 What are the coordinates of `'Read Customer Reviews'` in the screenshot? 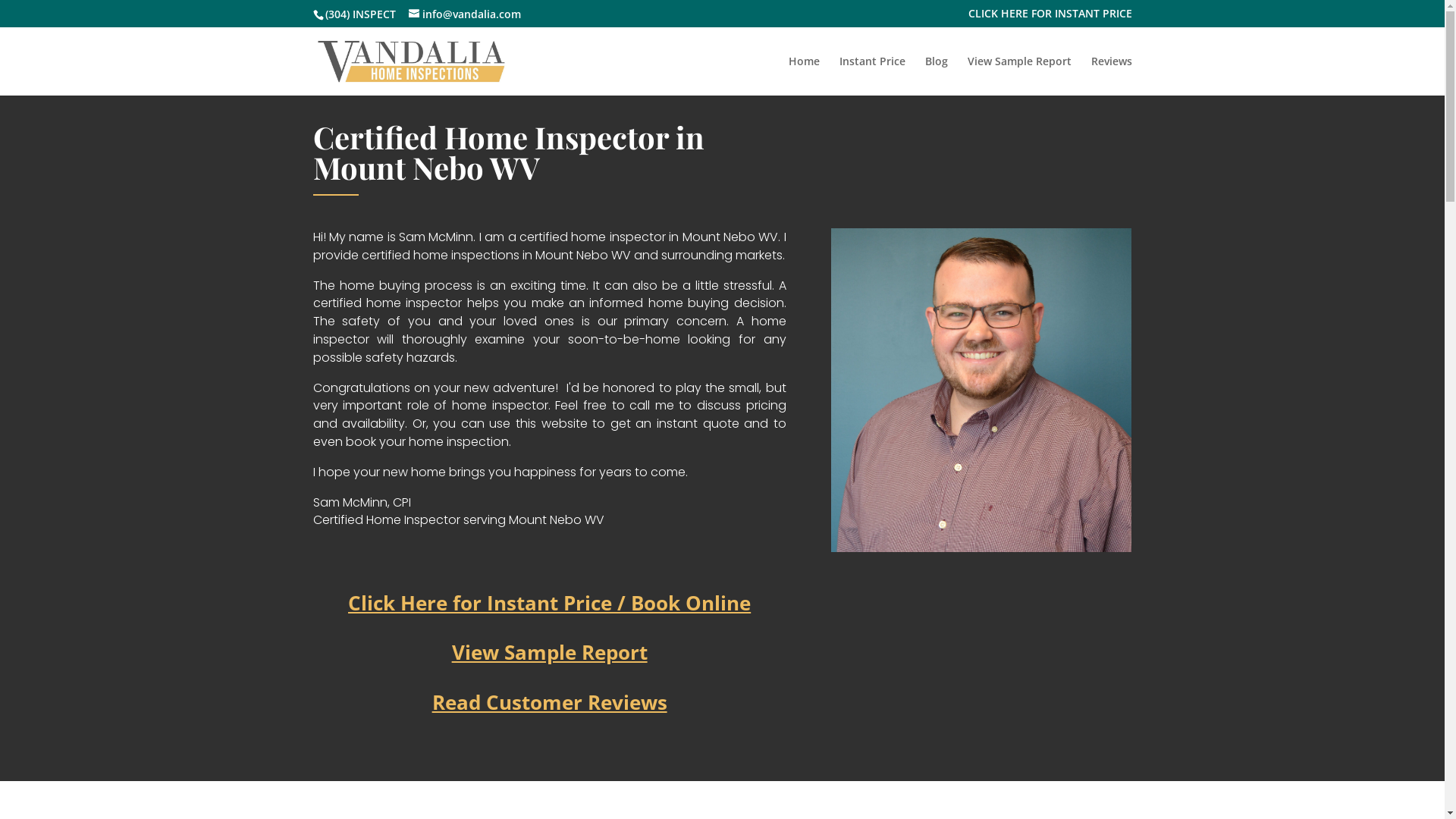 It's located at (548, 701).